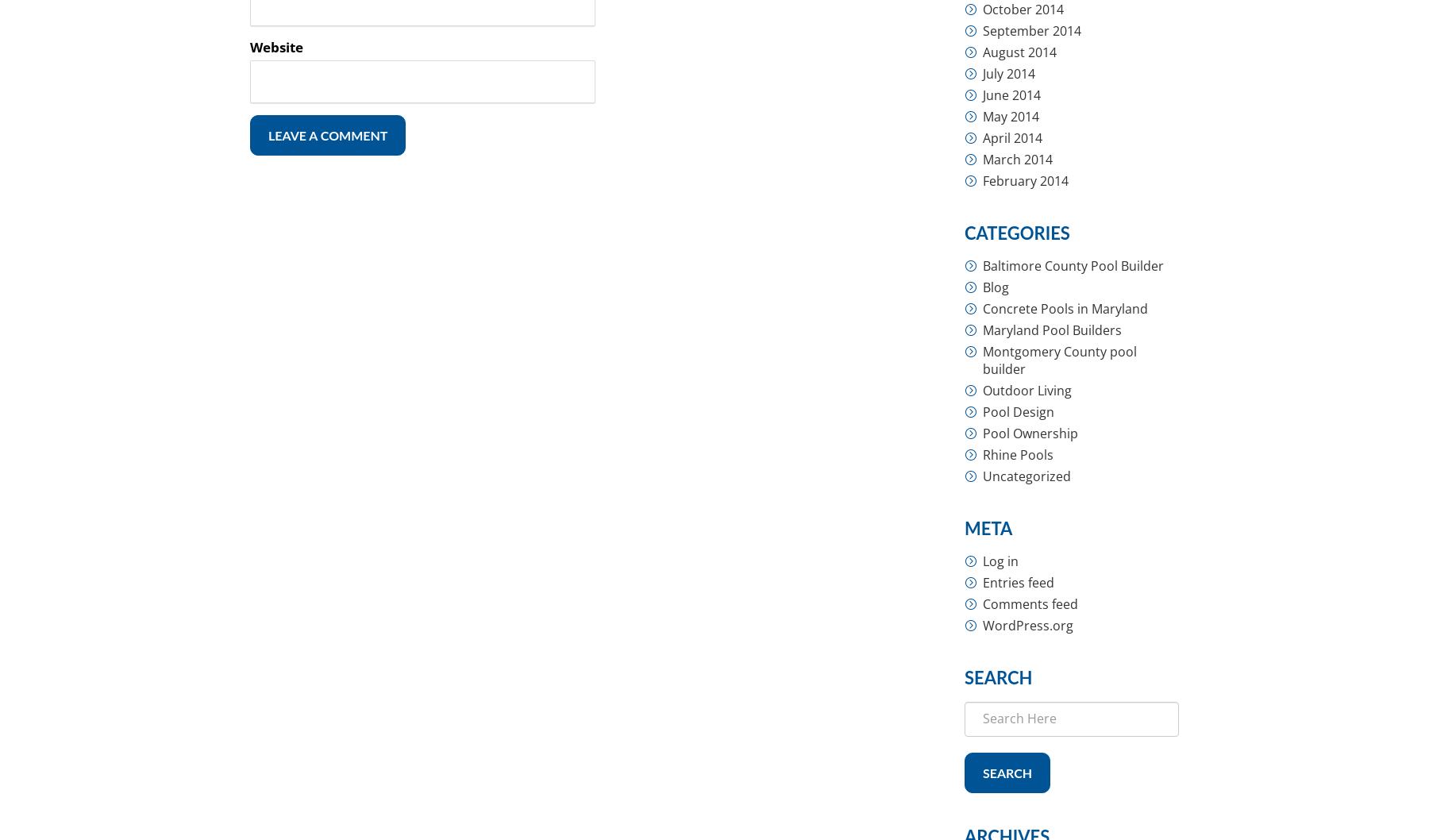 This screenshot has width=1429, height=840. I want to click on 'Rhine Pools', so click(1018, 455).